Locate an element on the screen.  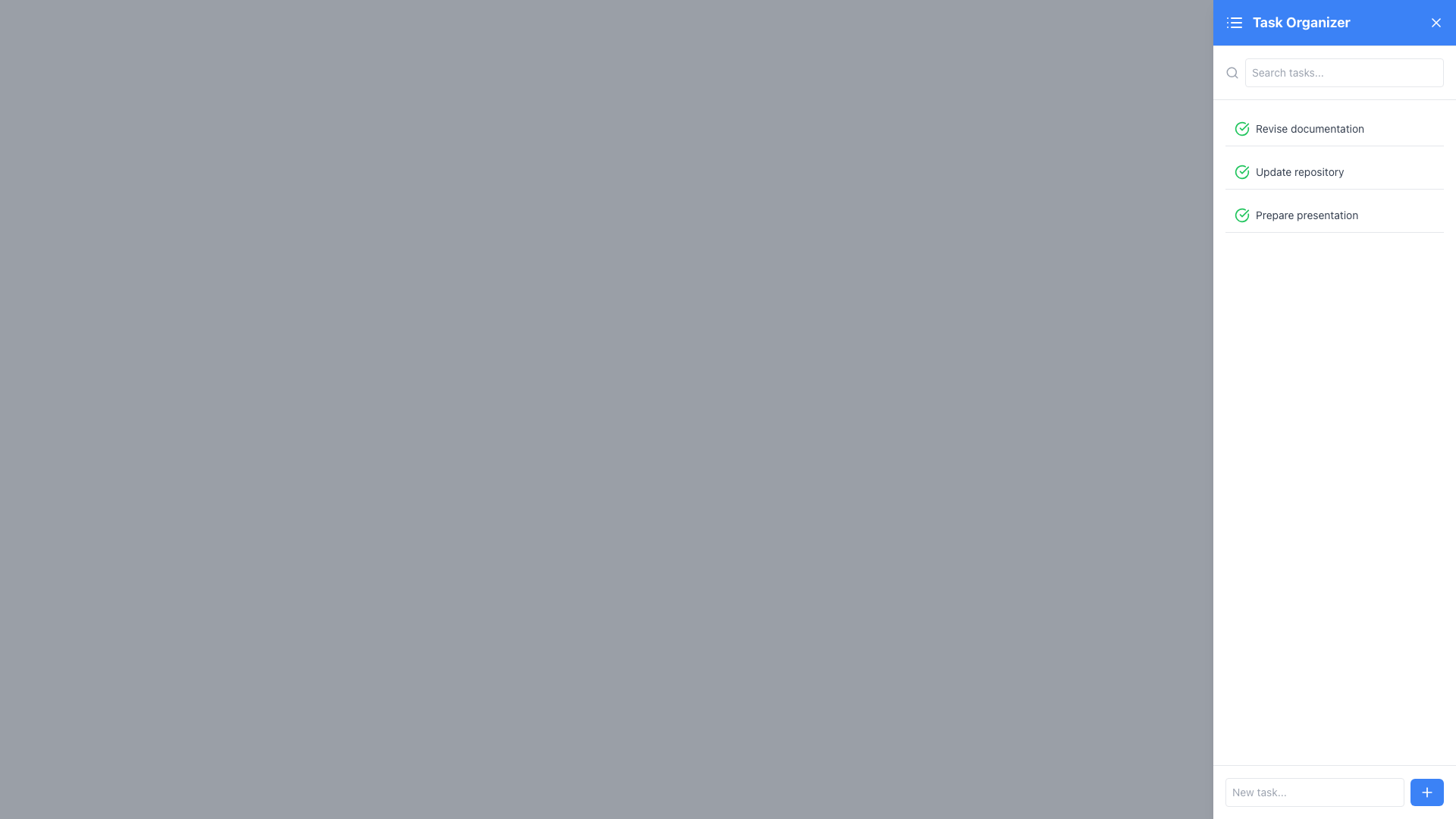
the circular glass element of the search icon located in the top-right corner of the interface adjacent to the search bar is located at coordinates (1232, 72).